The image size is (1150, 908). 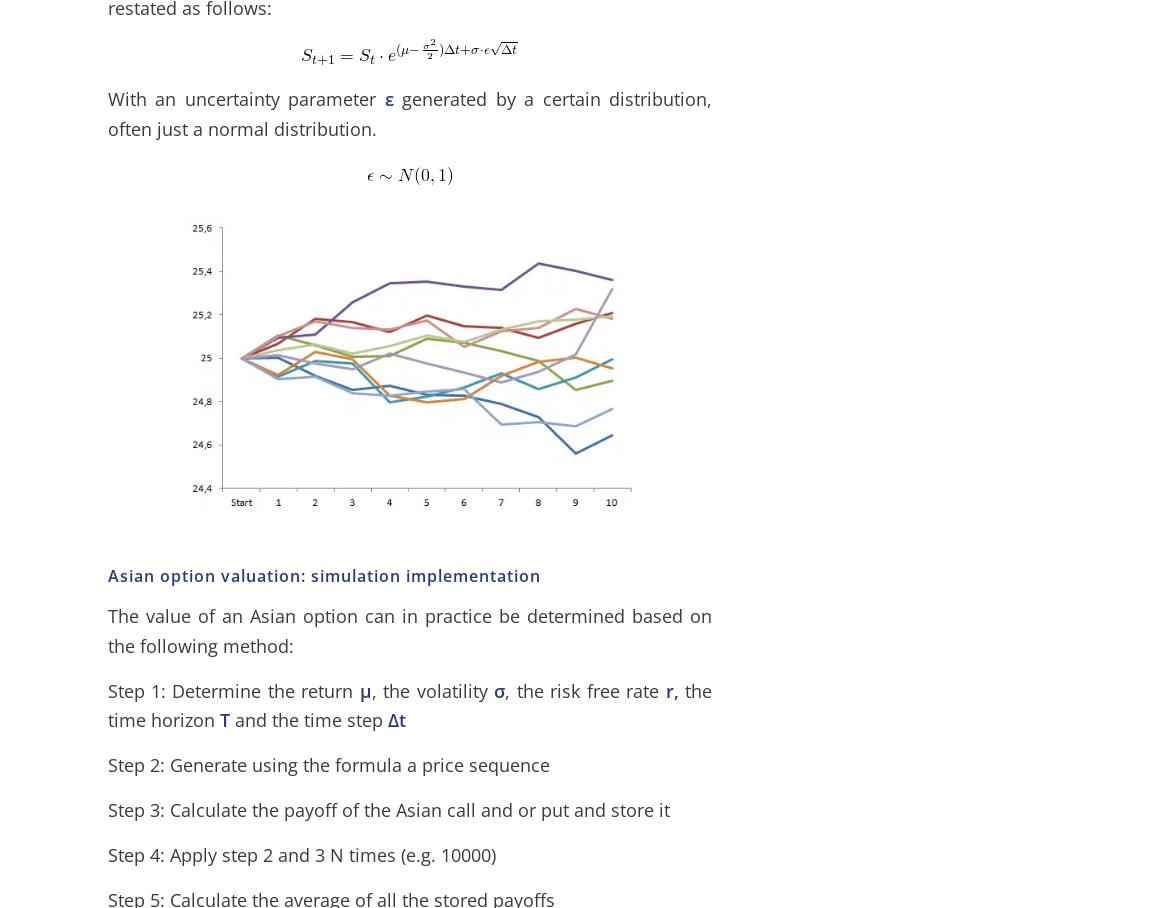 What do you see at coordinates (409, 112) in the screenshot?
I see `'generated by a certain distribution, often just a normal distribution.'` at bounding box center [409, 112].